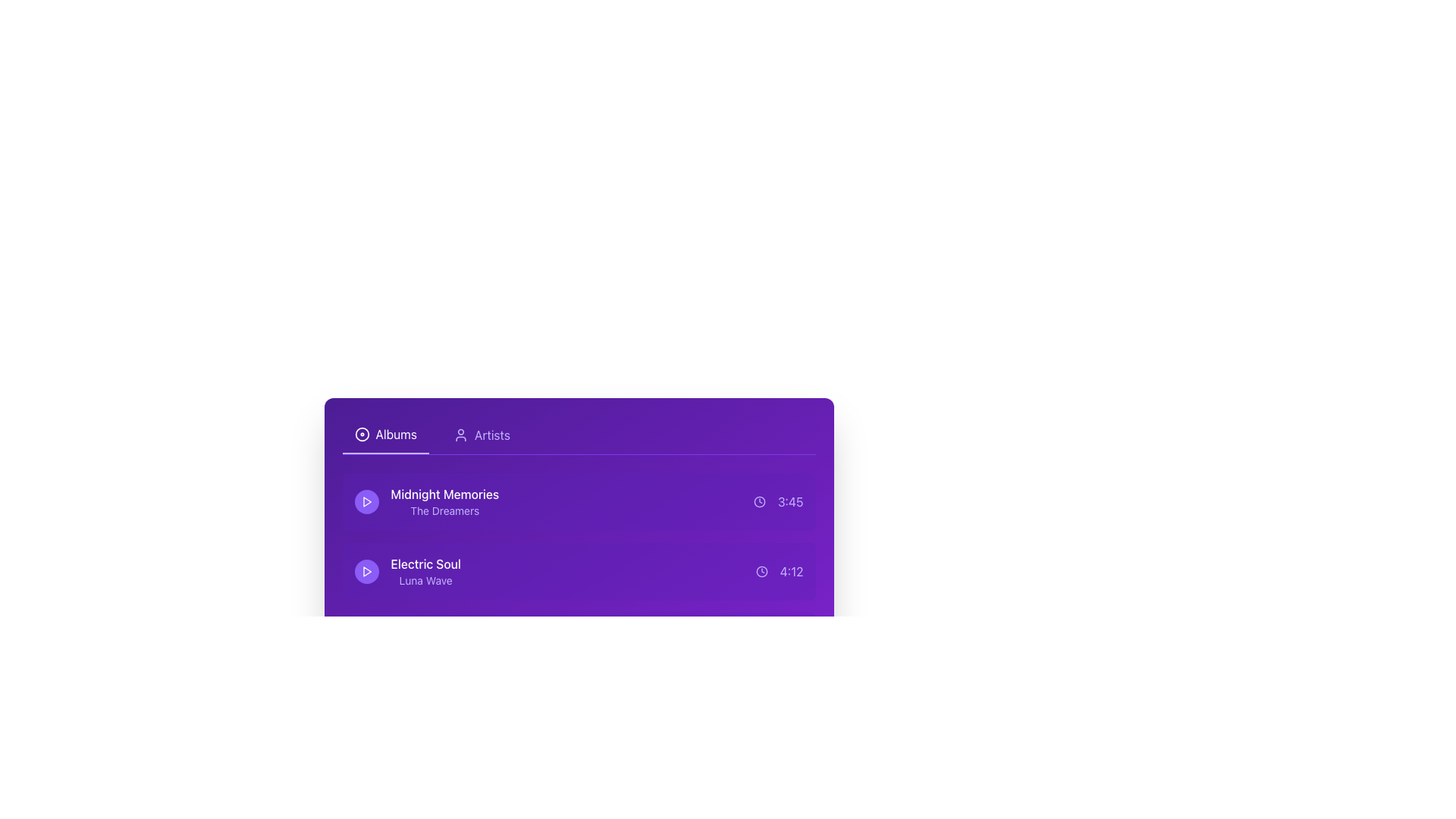  What do you see at coordinates (444, 502) in the screenshot?
I see `the title and subtitle text content that serves as descriptive information for a song, album, or artist, located towards the center-left of a horizontal list item` at bounding box center [444, 502].